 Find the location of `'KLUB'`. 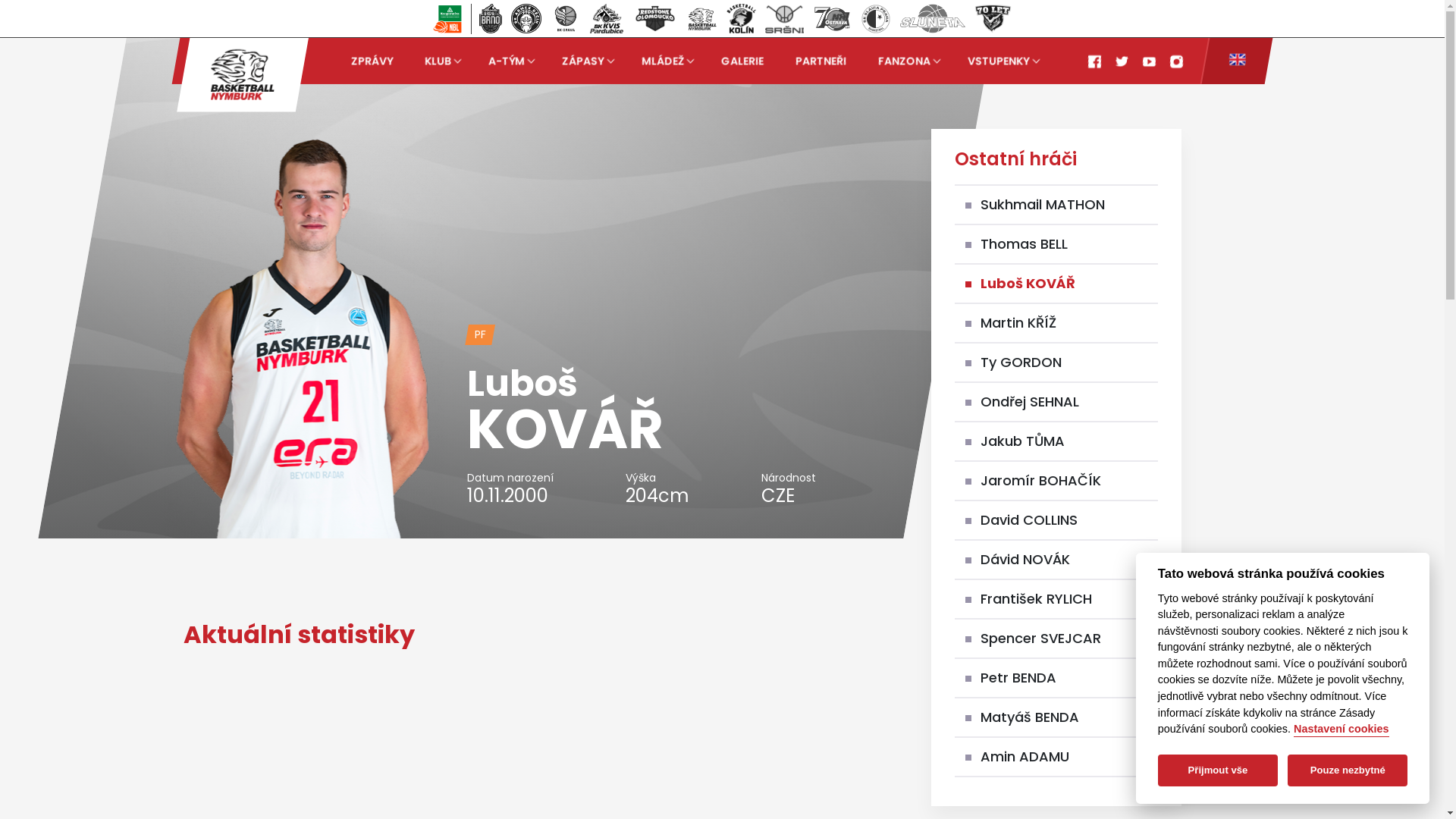

'KLUB' is located at coordinates (439, 60).